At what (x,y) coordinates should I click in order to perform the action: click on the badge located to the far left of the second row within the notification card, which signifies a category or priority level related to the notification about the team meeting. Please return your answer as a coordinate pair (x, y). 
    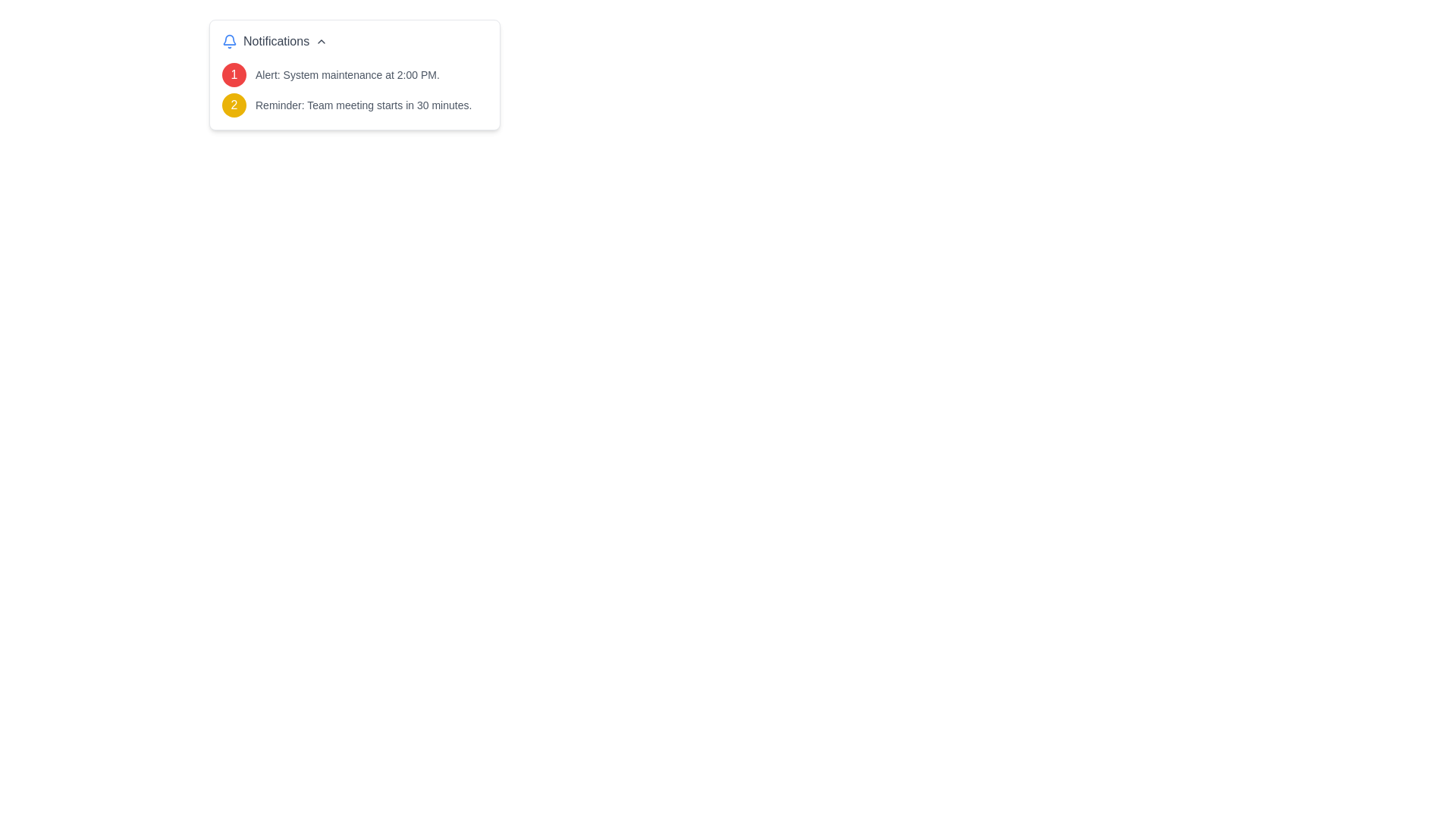
    Looking at the image, I should click on (233, 104).